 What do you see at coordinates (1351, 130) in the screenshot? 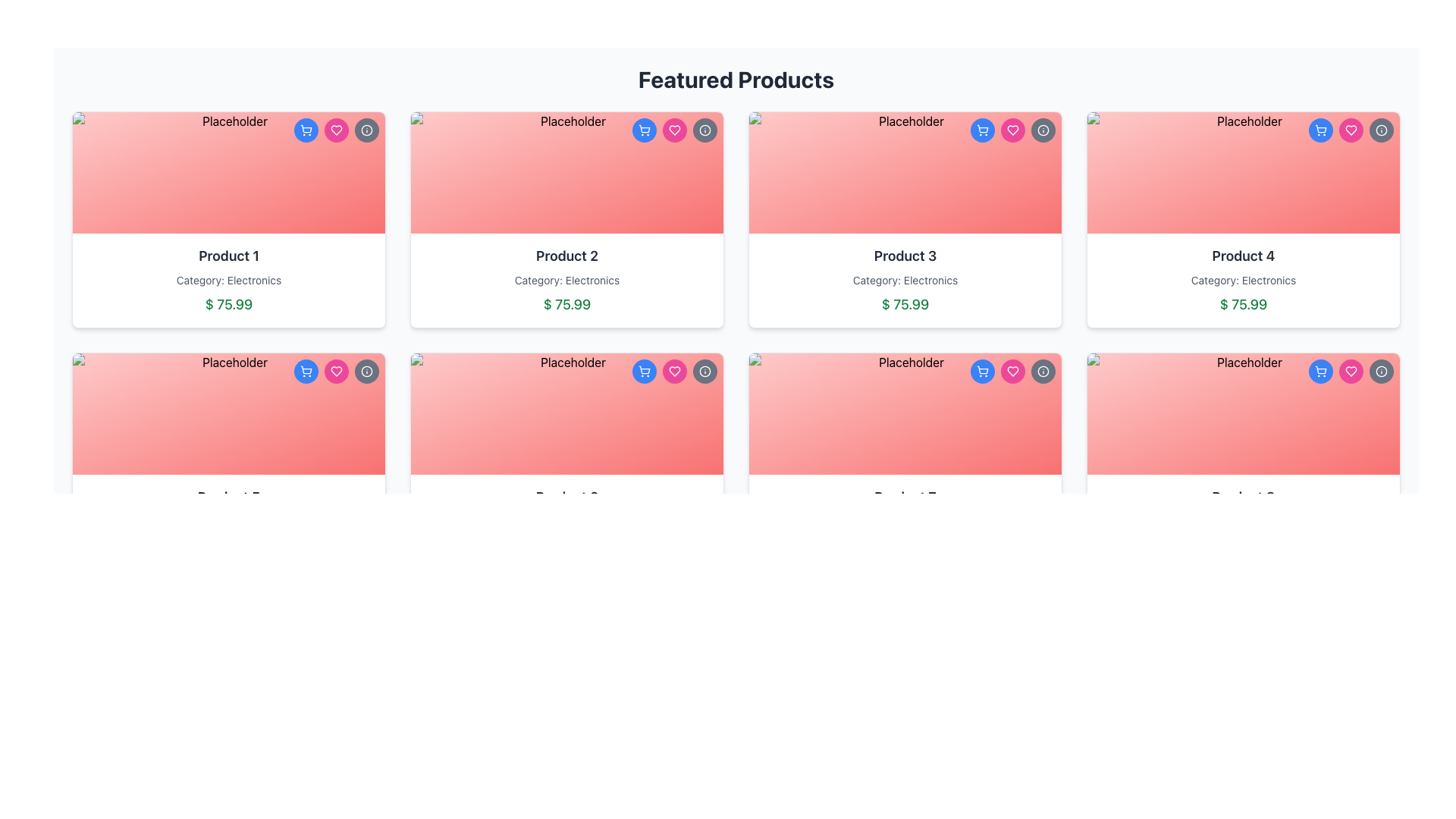
I see `the middle circular button in the top-right corner of the card displaying 'Product 4'` at bounding box center [1351, 130].